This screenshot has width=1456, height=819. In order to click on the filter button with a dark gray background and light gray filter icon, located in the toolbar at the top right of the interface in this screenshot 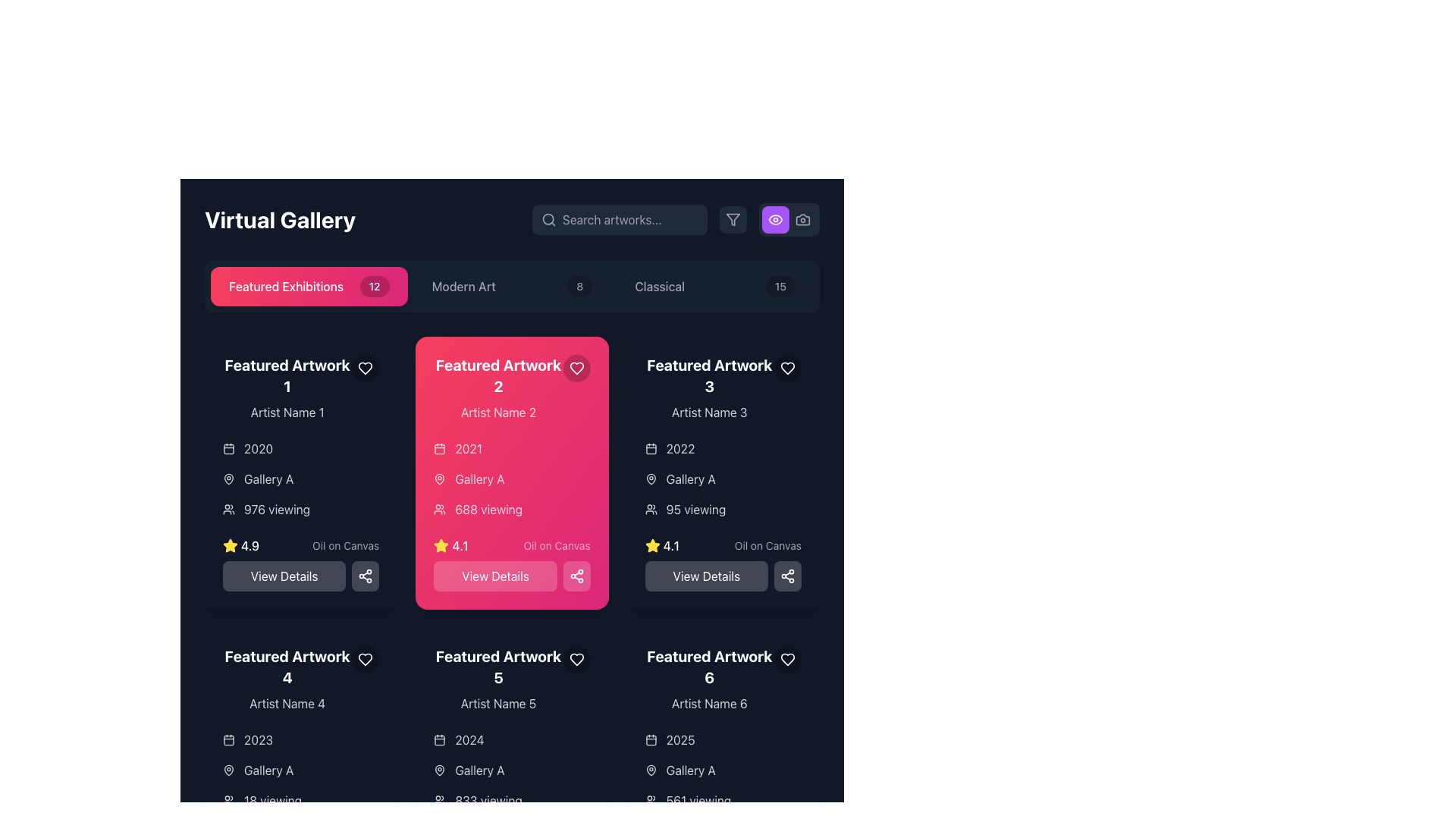, I will do `click(733, 219)`.